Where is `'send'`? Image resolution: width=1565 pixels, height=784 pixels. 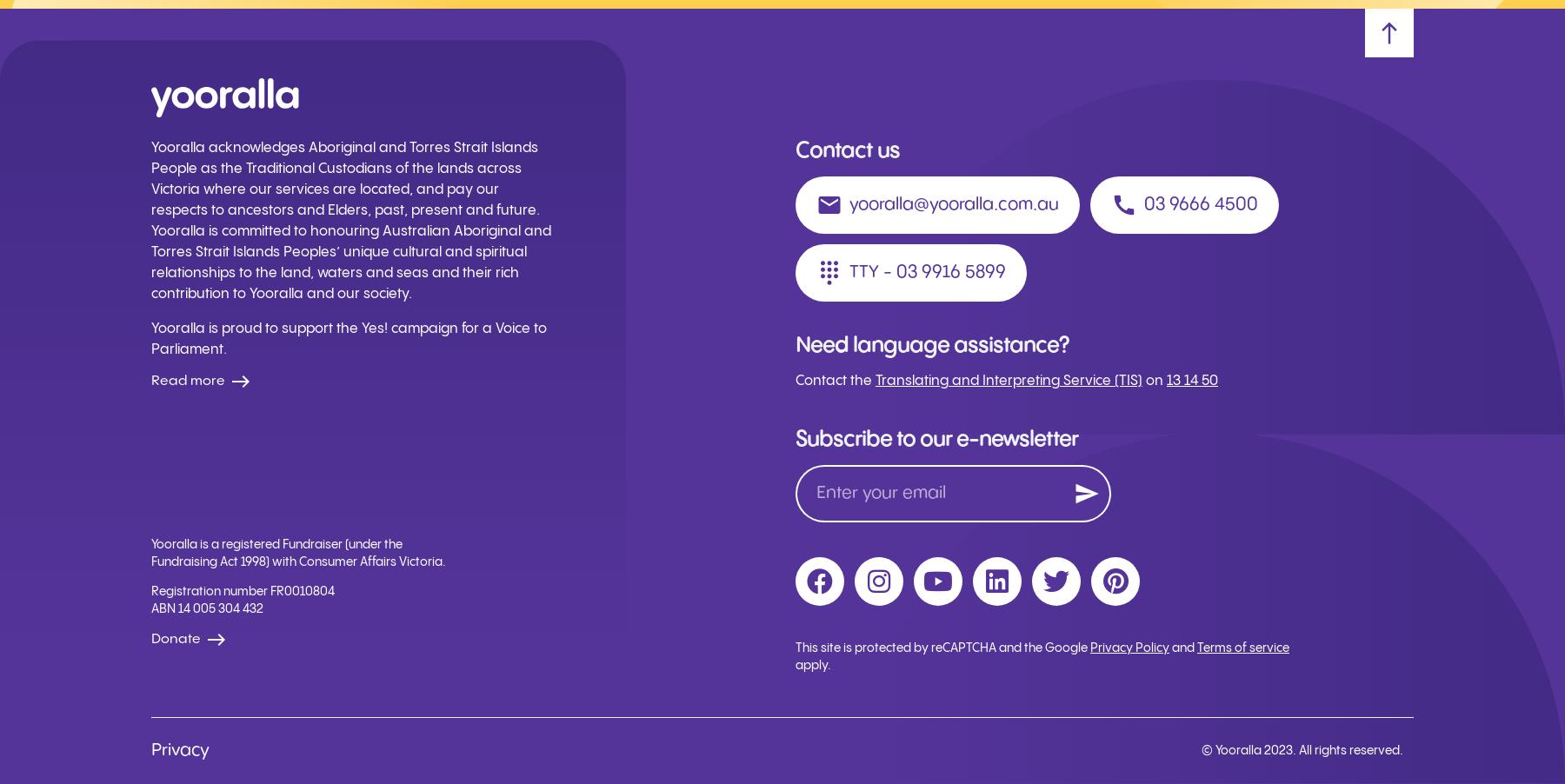 'send' is located at coordinates (1086, 493).